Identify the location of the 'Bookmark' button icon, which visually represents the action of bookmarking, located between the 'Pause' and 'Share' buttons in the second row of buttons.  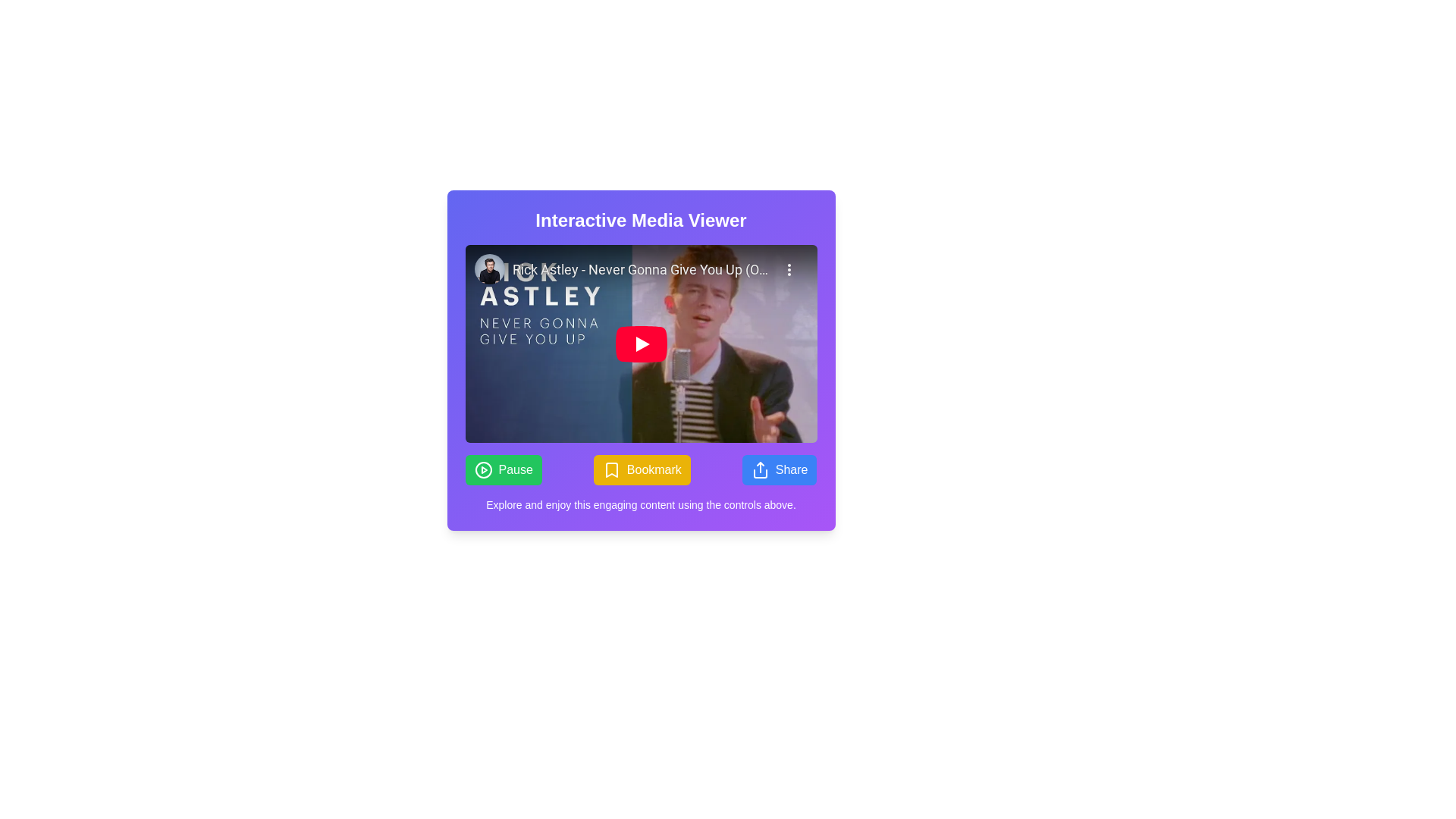
(611, 469).